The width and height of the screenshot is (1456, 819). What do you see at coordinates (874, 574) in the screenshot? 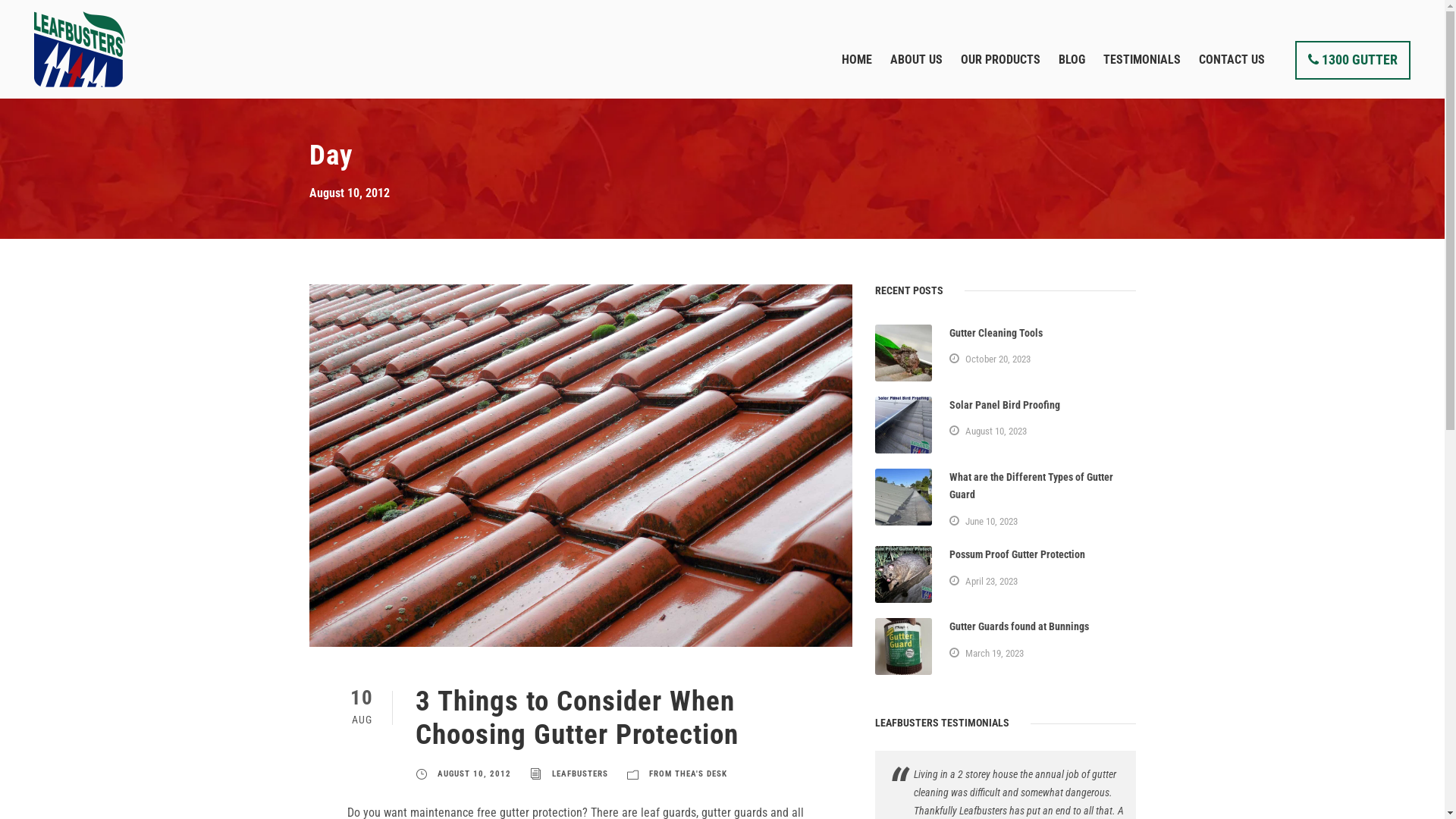
I see `'Possum Proof Gutter Protection'` at bounding box center [874, 574].